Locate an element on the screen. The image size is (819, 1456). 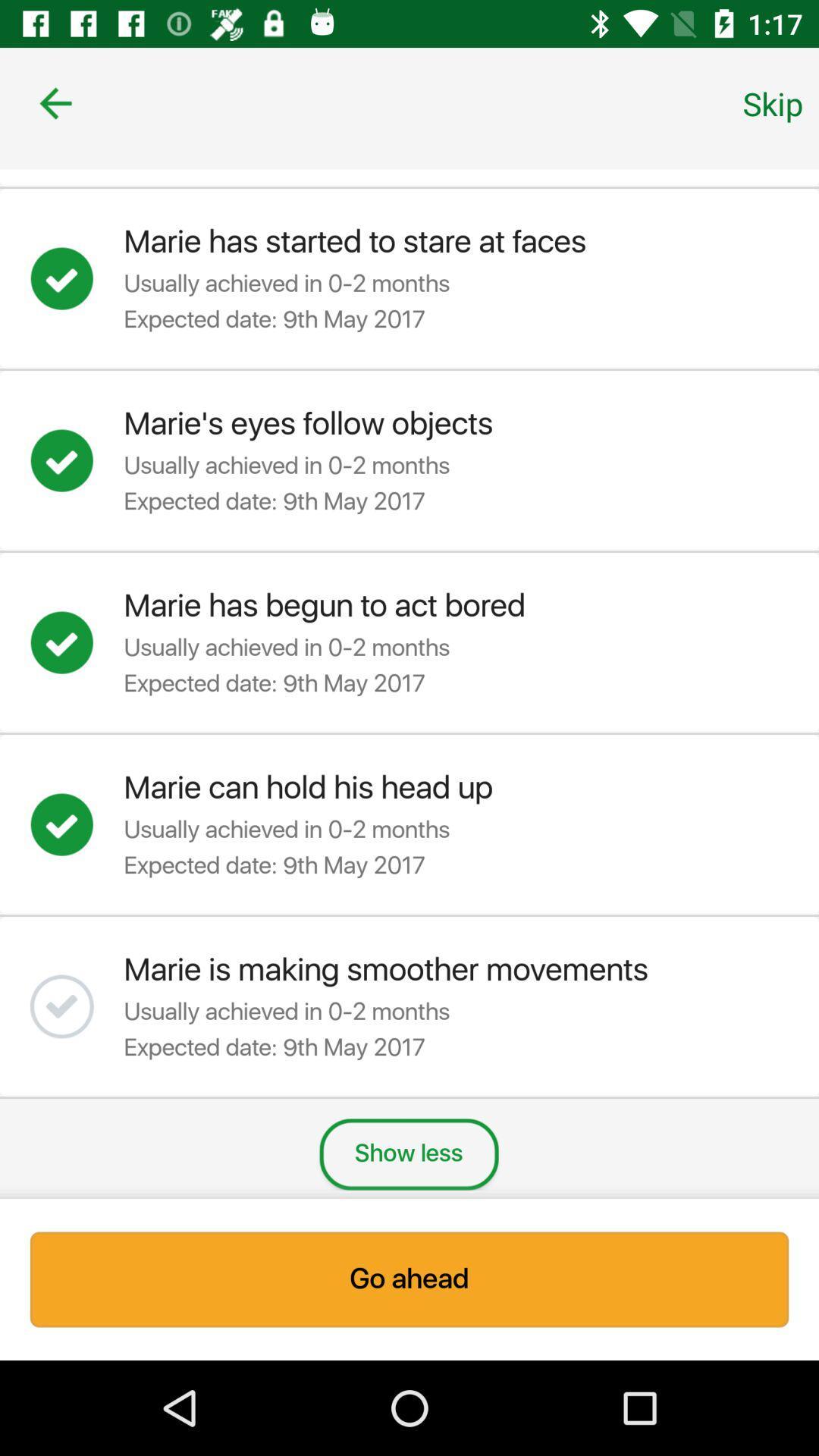
skip is located at coordinates (773, 102).